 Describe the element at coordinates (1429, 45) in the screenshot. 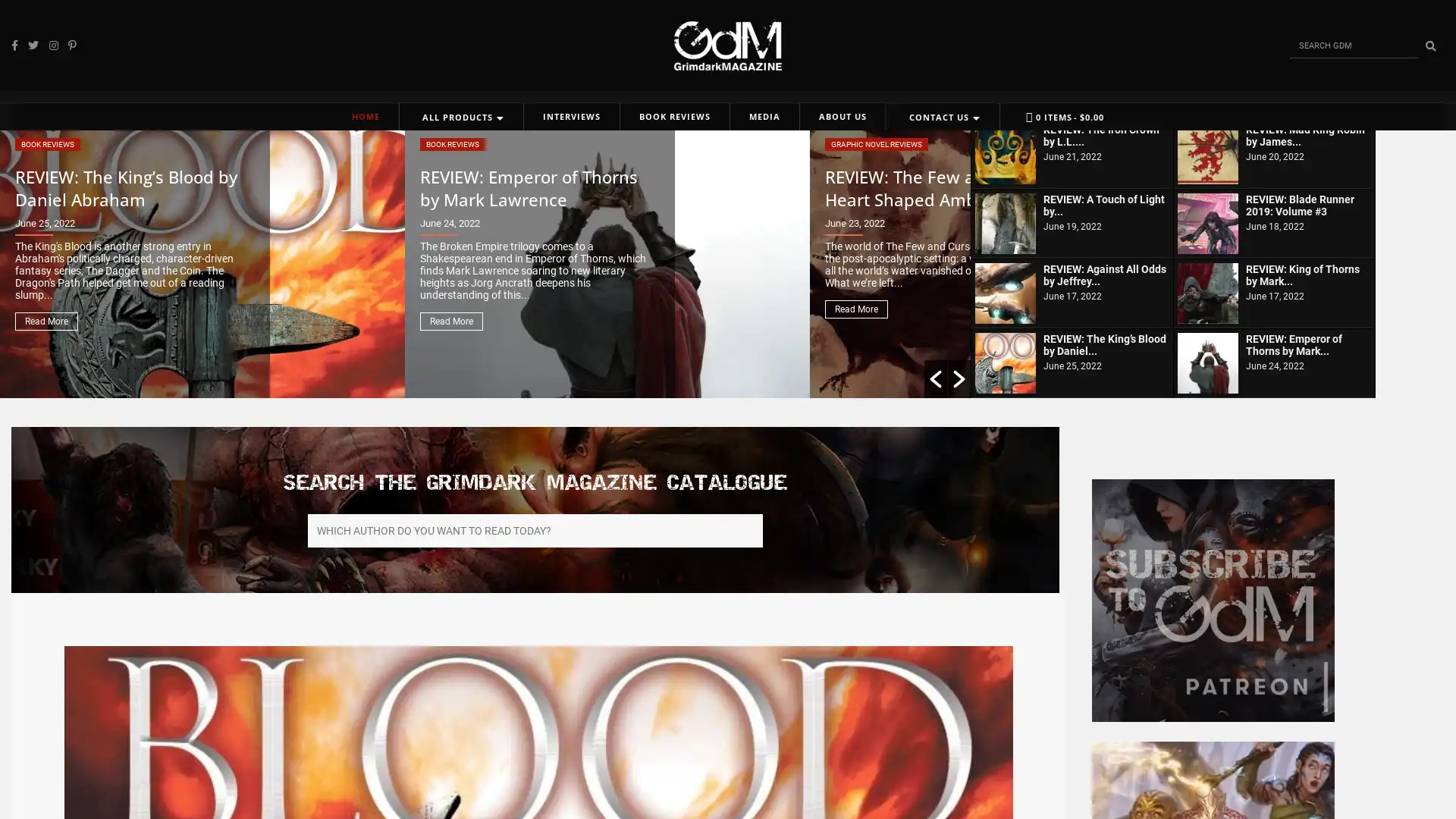

I see `Search` at that location.